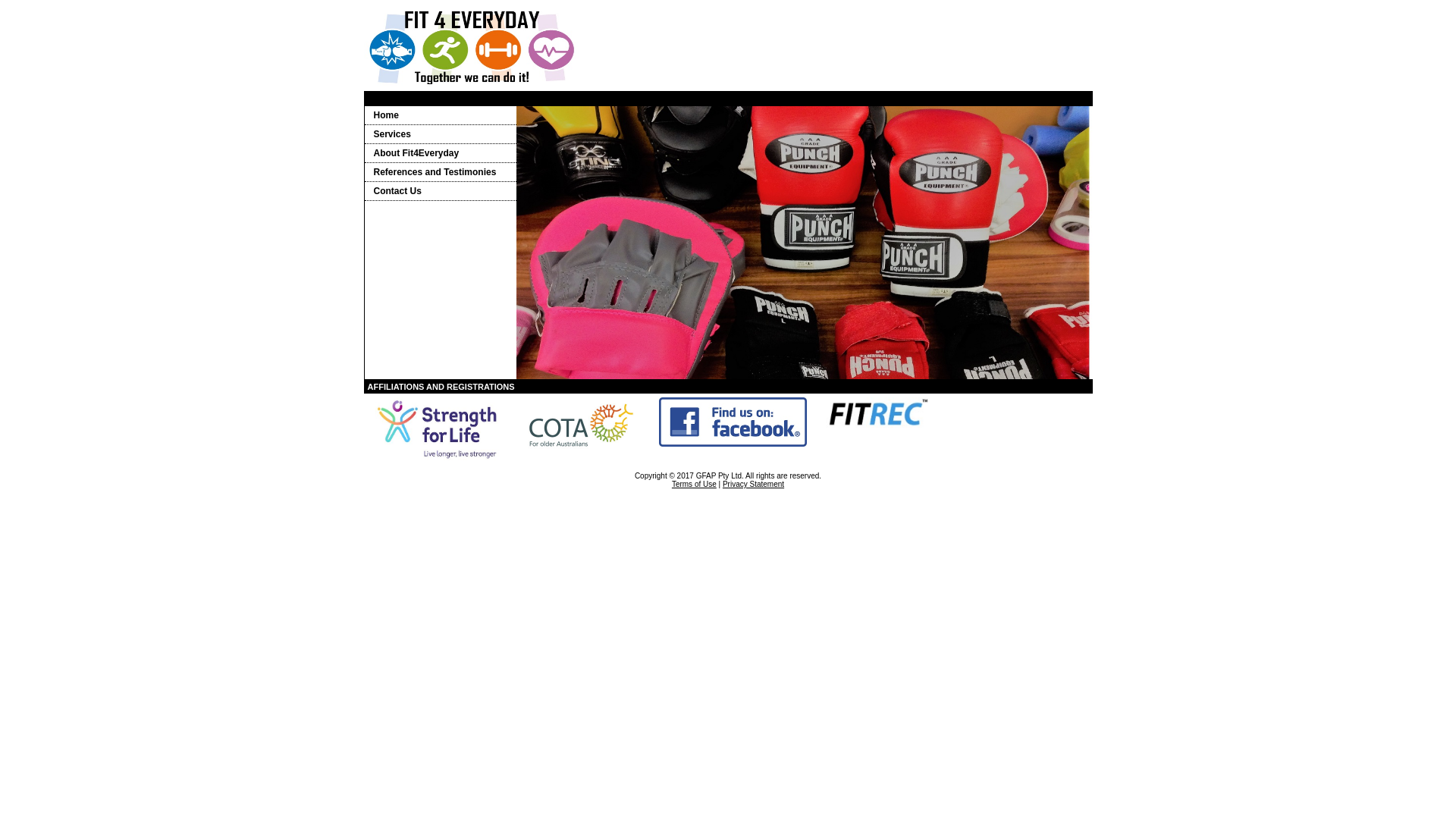 The image size is (1456, 819). I want to click on 'Services', so click(439, 133).